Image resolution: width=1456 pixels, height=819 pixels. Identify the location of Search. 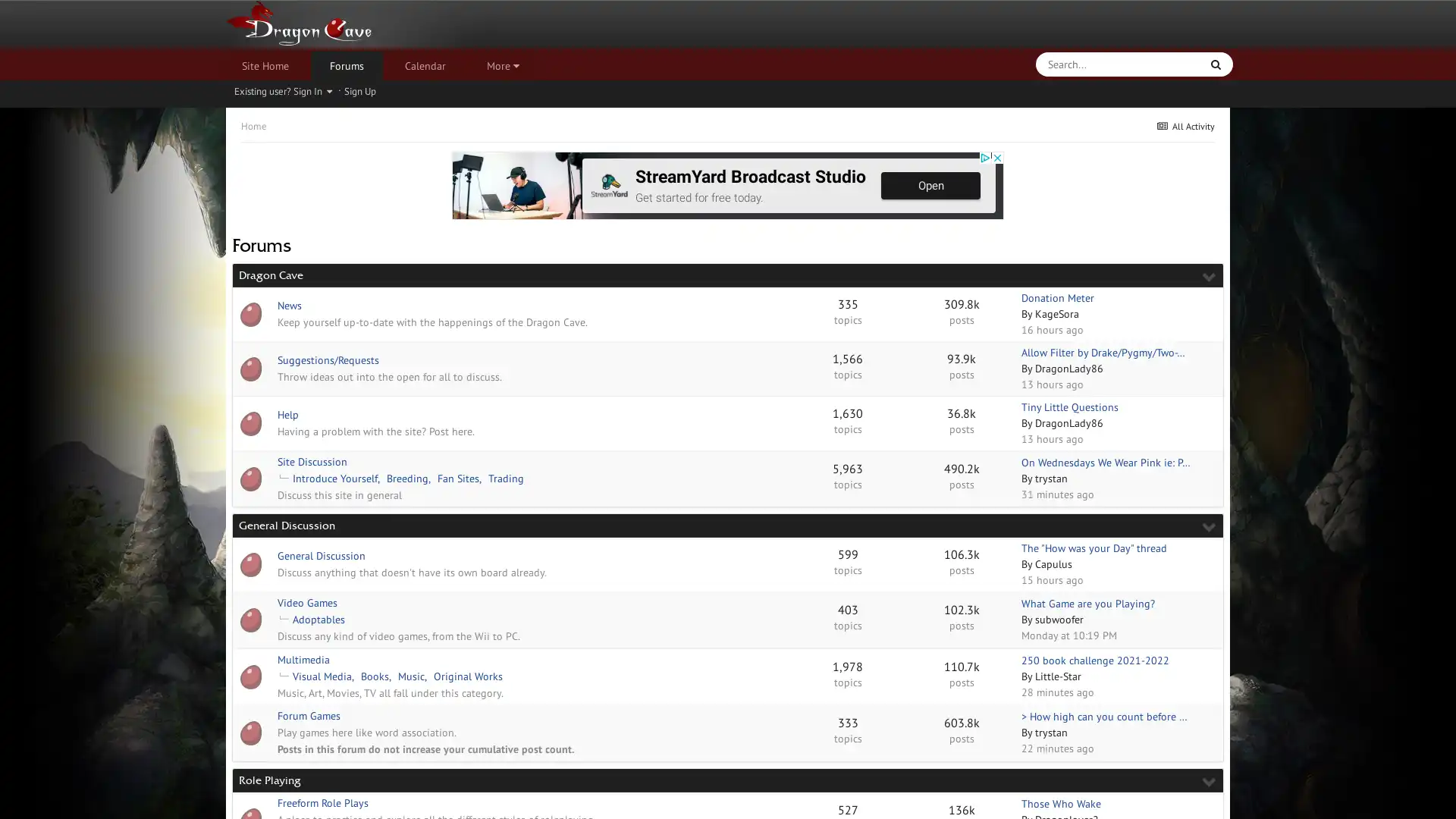
(1216, 63).